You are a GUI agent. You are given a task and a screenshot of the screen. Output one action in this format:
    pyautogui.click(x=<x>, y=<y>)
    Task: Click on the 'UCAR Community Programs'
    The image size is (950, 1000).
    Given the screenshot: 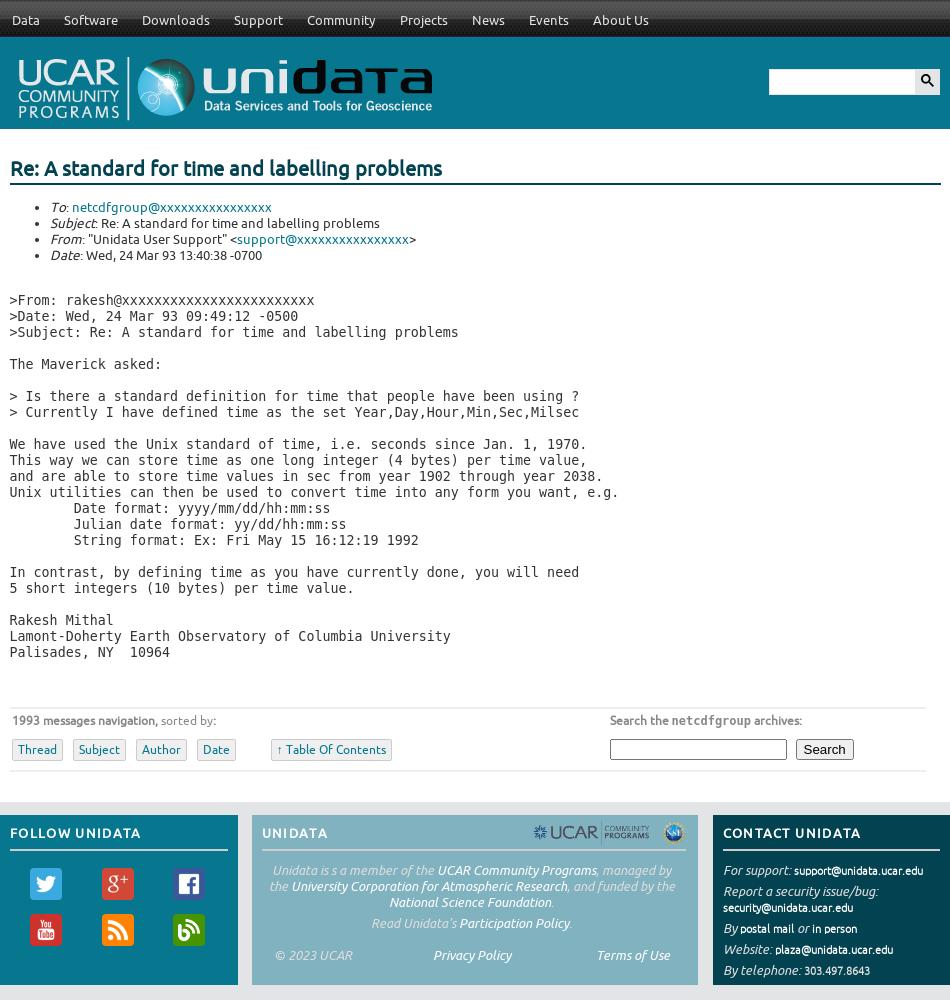 What is the action you would take?
    pyautogui.click(x=516, y=868)
    